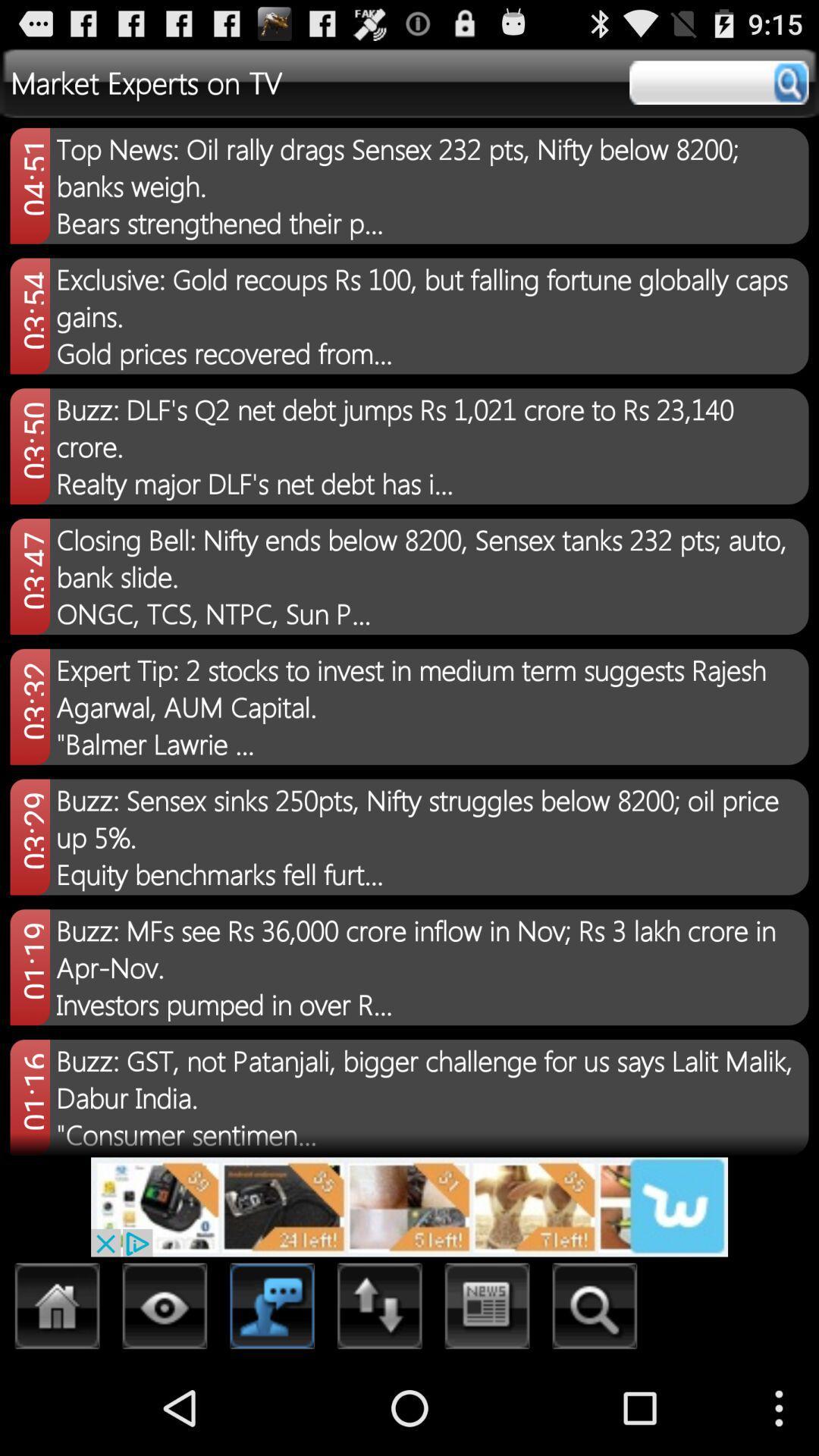  What do you see at coordinates (271, 1310) in the screenshot?
I see `chat` at bounding box center [271, 1310].